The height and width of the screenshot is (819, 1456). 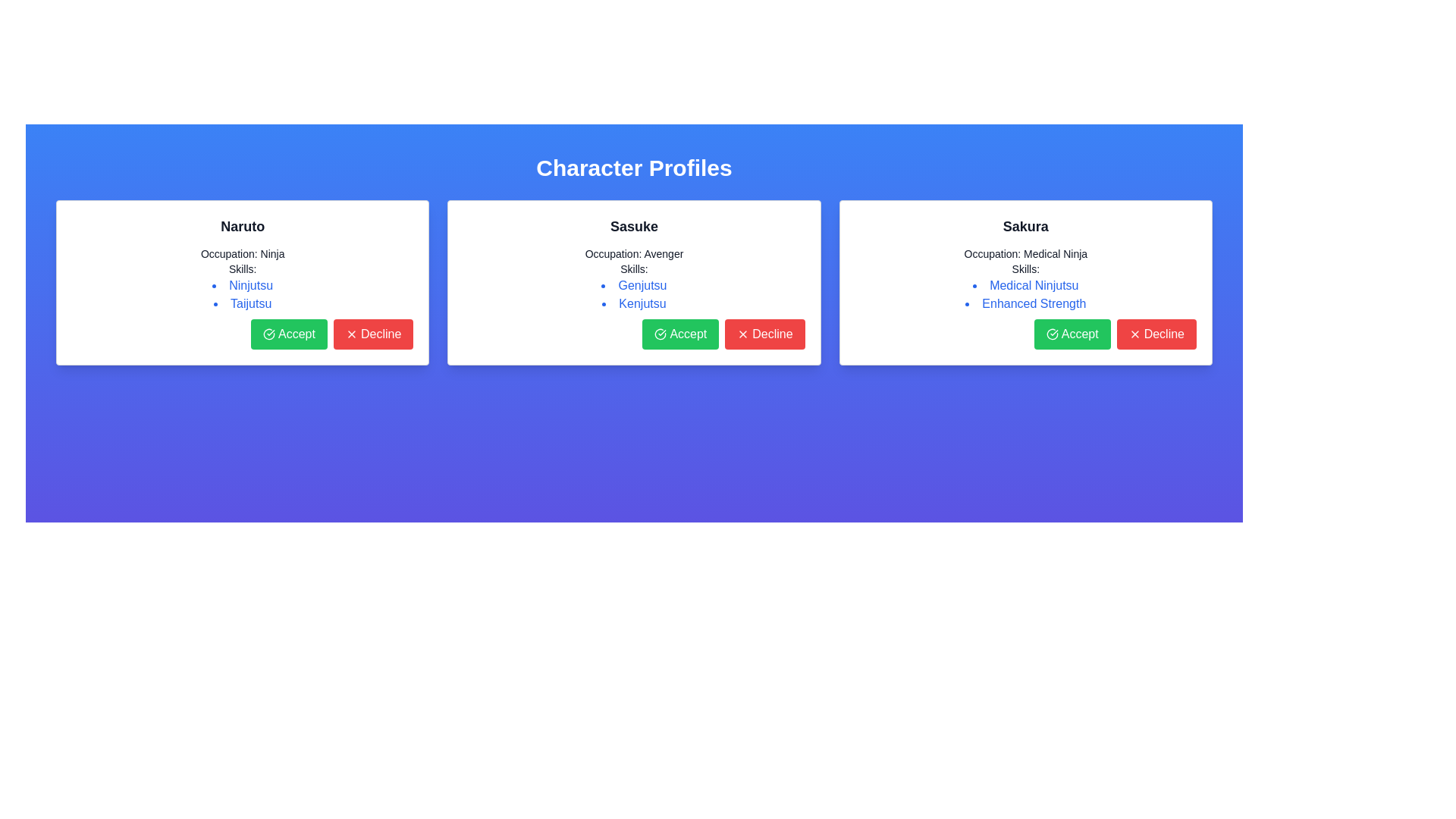 I want to click on the red 'Decline' button with a white 'X' icon located at the bottom-right corner of the card labeled 'Naruto', so click(x=373, y=333).